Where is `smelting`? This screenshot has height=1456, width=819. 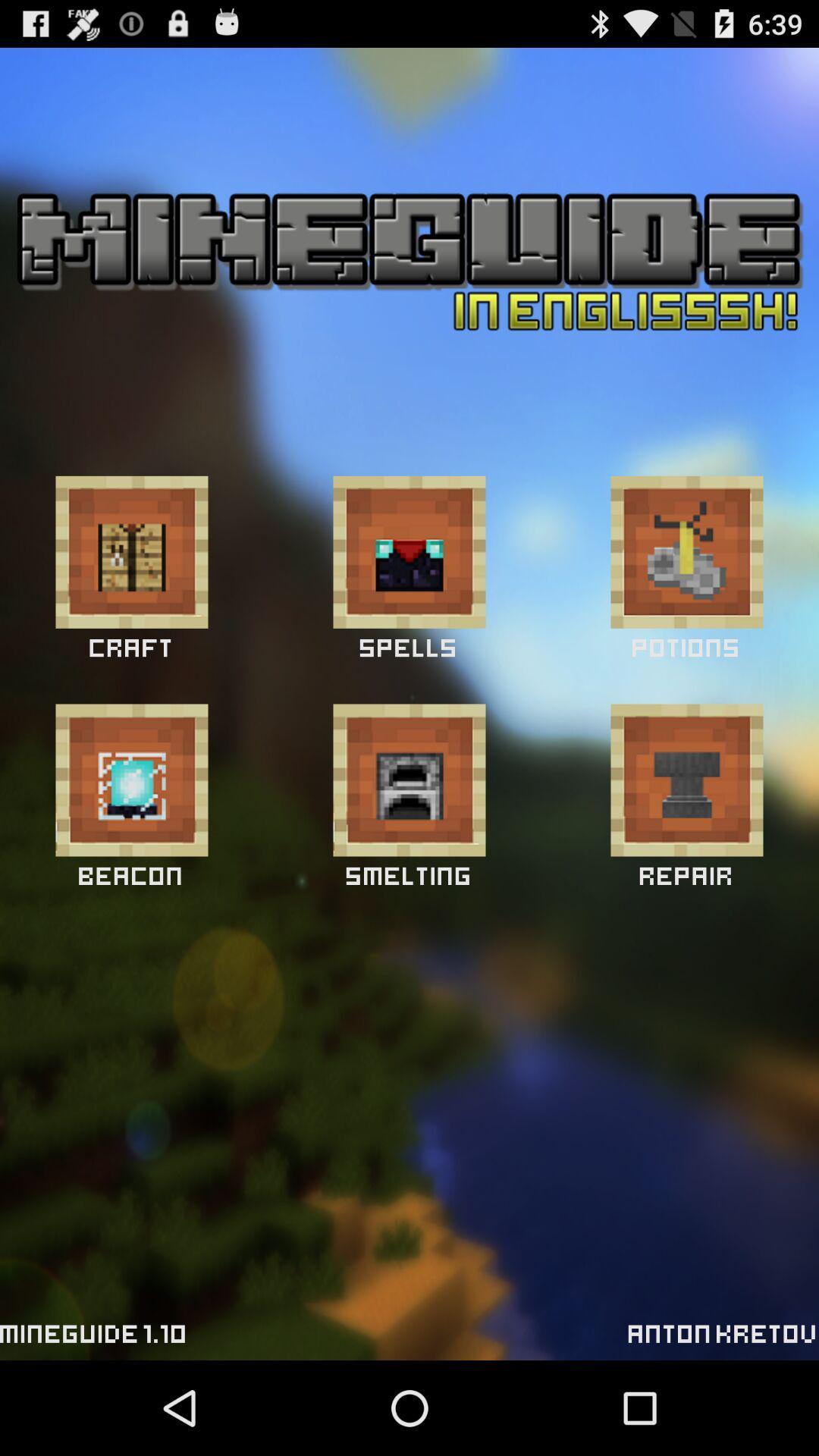 smelting is located at coordinates (409, 780).